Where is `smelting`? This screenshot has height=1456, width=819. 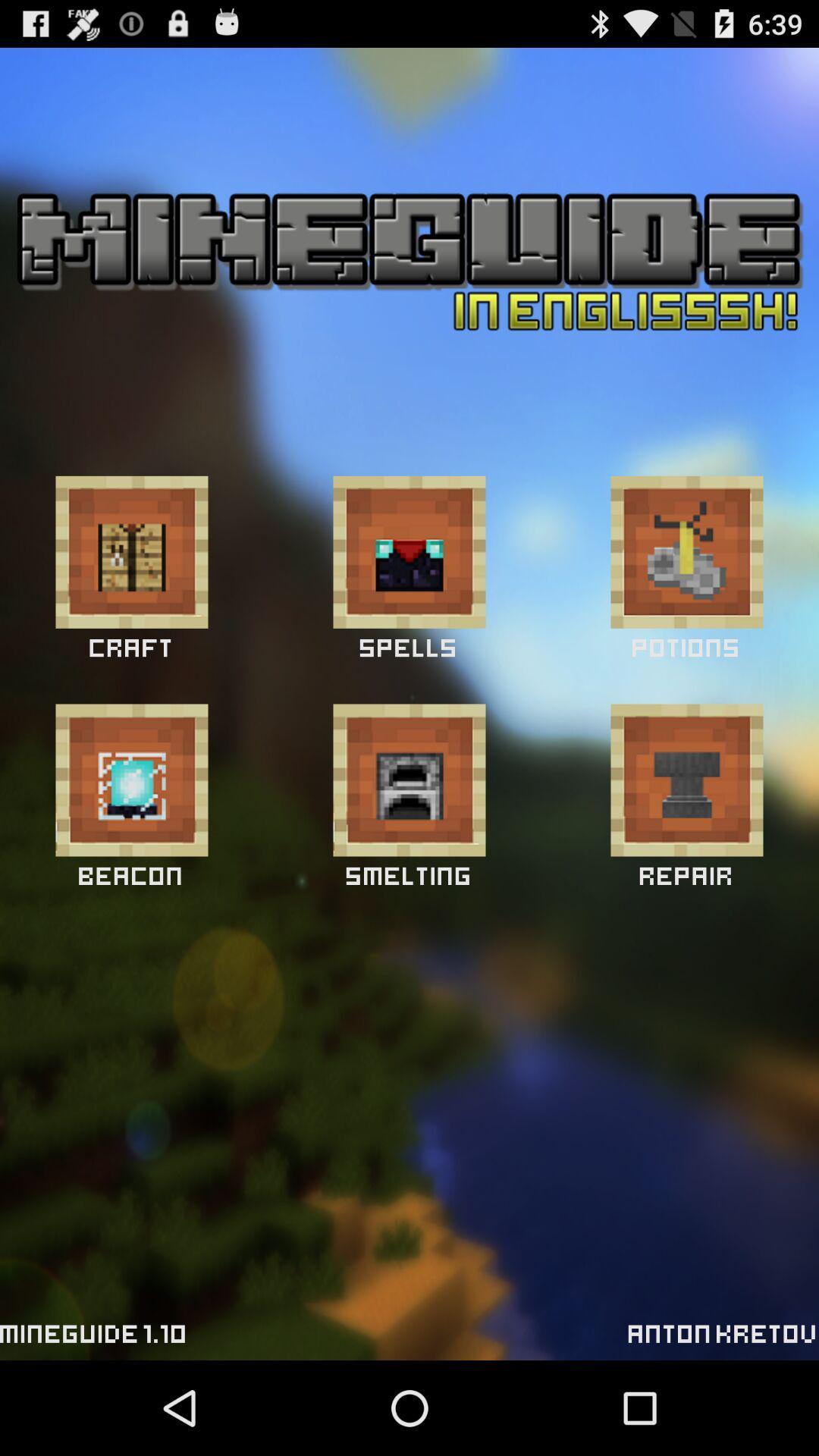 smelting is located at coordinates (409, 780).